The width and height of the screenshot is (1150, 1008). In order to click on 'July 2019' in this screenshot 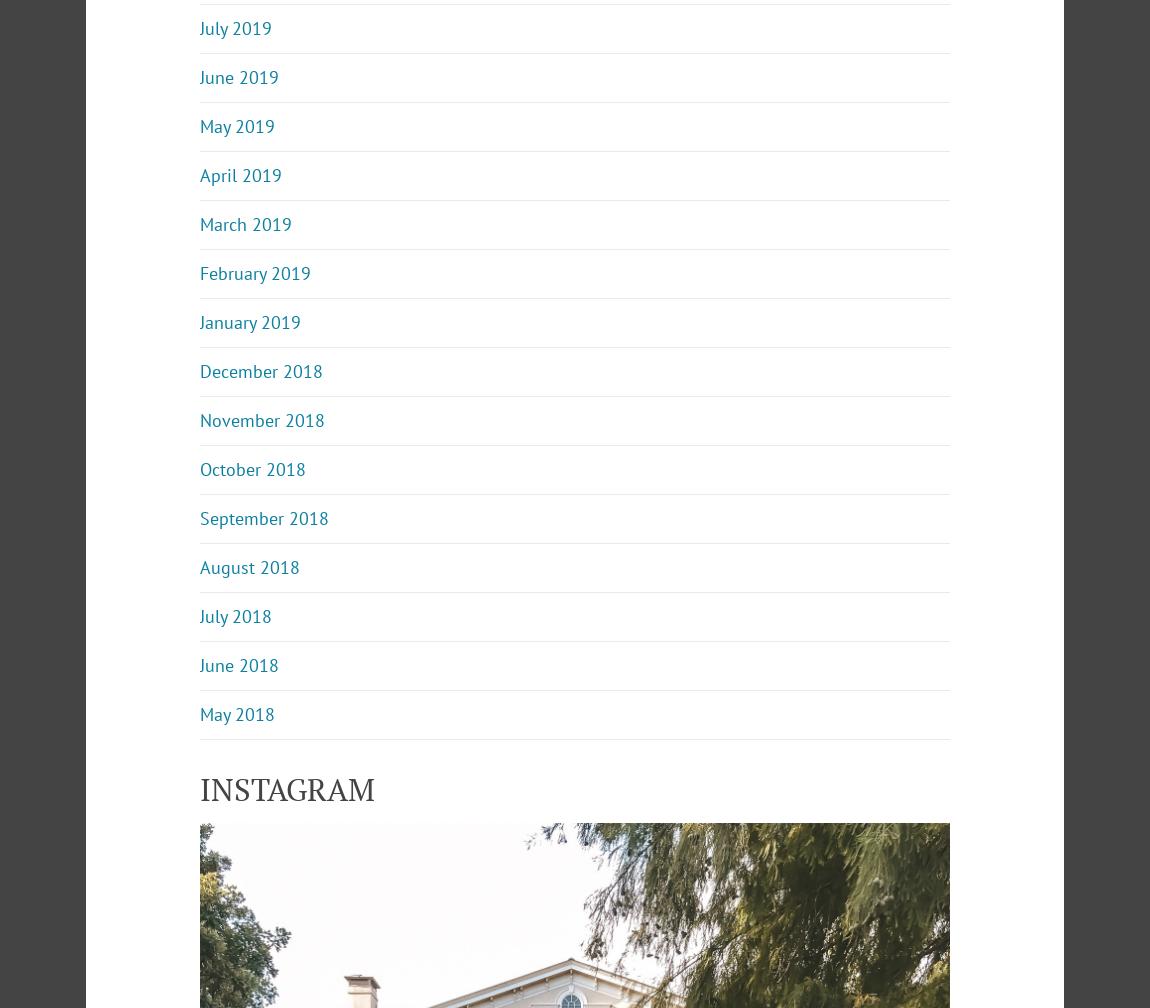, I will do `click(234, 27)`.